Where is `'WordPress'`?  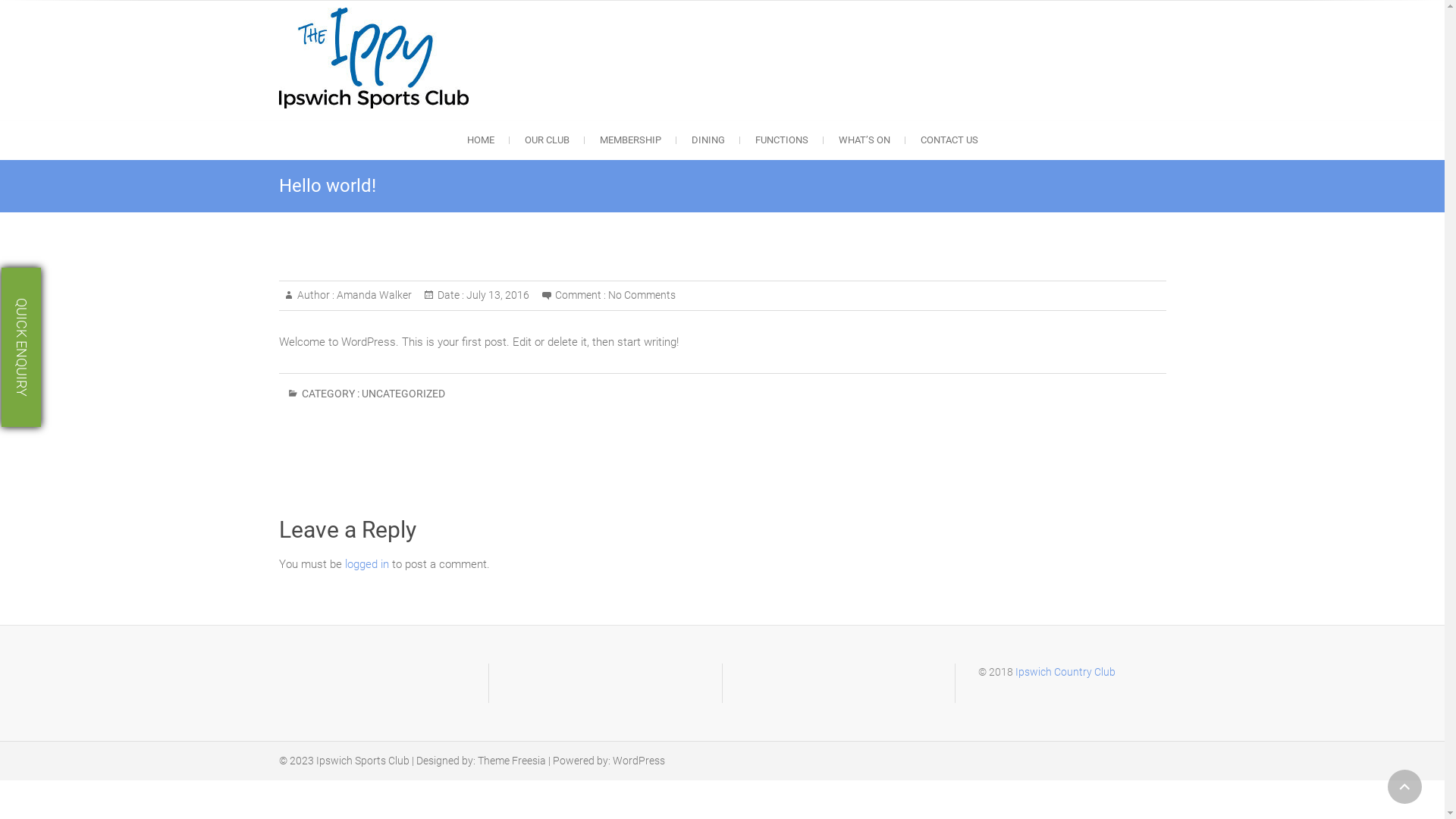 'WordPress' is located at coordinates (639, 760).